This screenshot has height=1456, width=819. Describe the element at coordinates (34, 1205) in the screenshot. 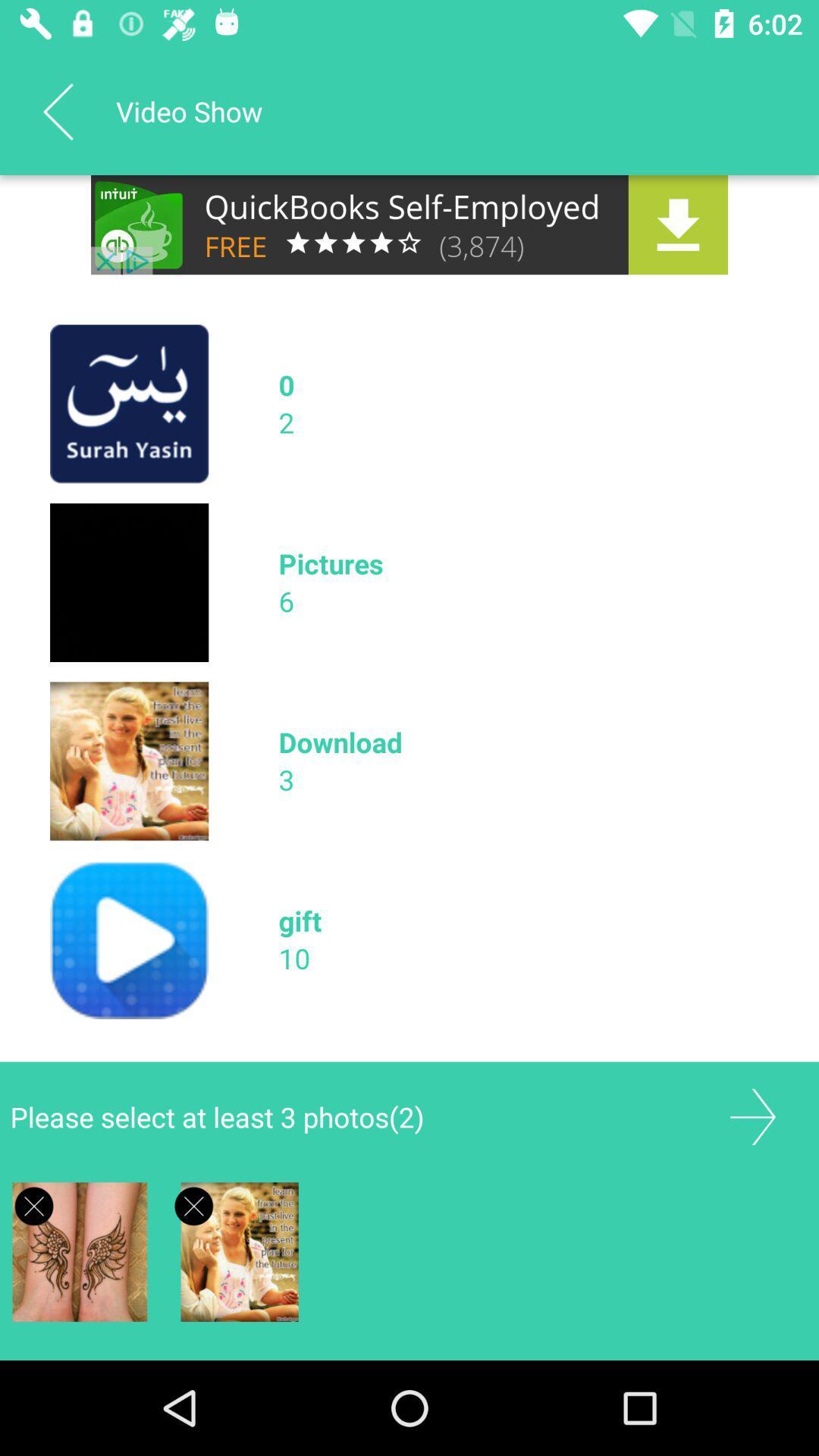

I see `delete image` at that location.